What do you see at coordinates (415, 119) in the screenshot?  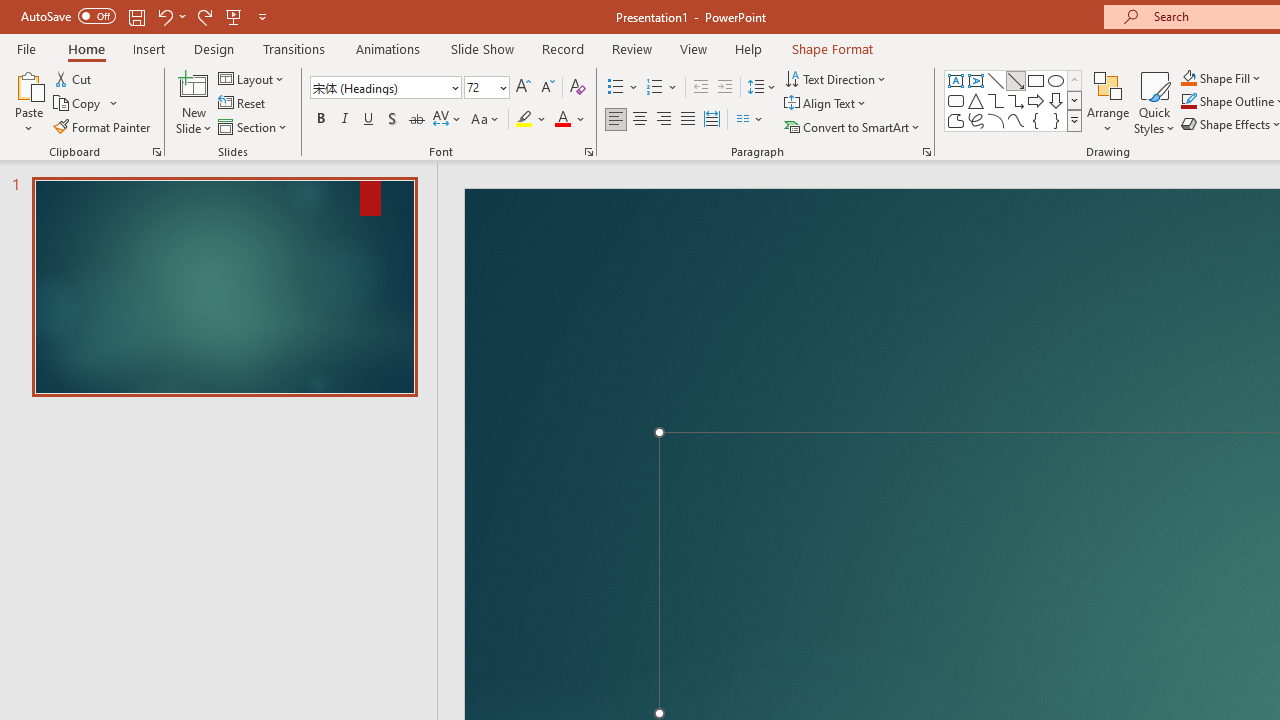 I see `'Strikethrough'` at bounding box center [415, 119].